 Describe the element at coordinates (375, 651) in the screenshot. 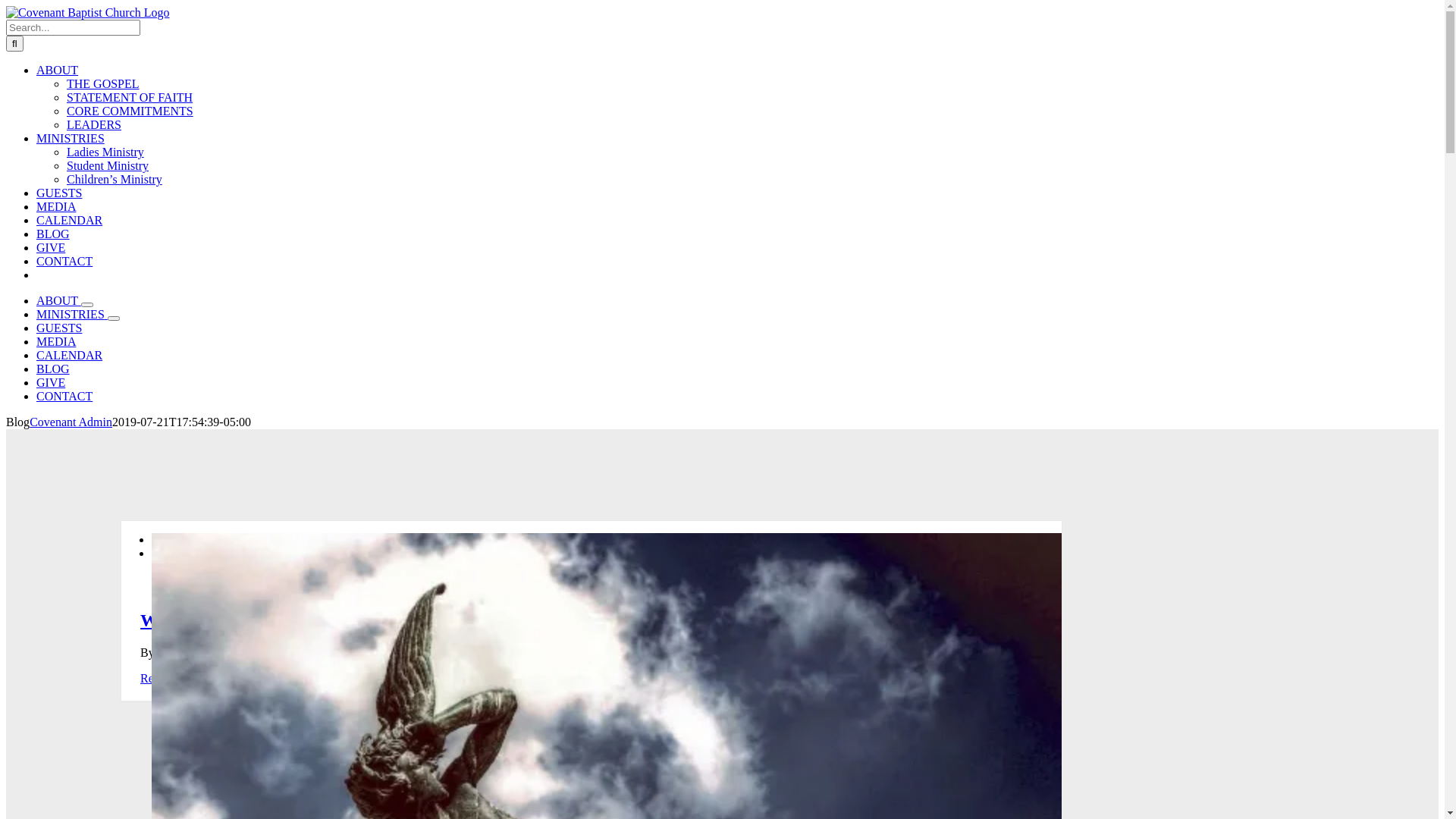

I see `'Devil'` at that location.